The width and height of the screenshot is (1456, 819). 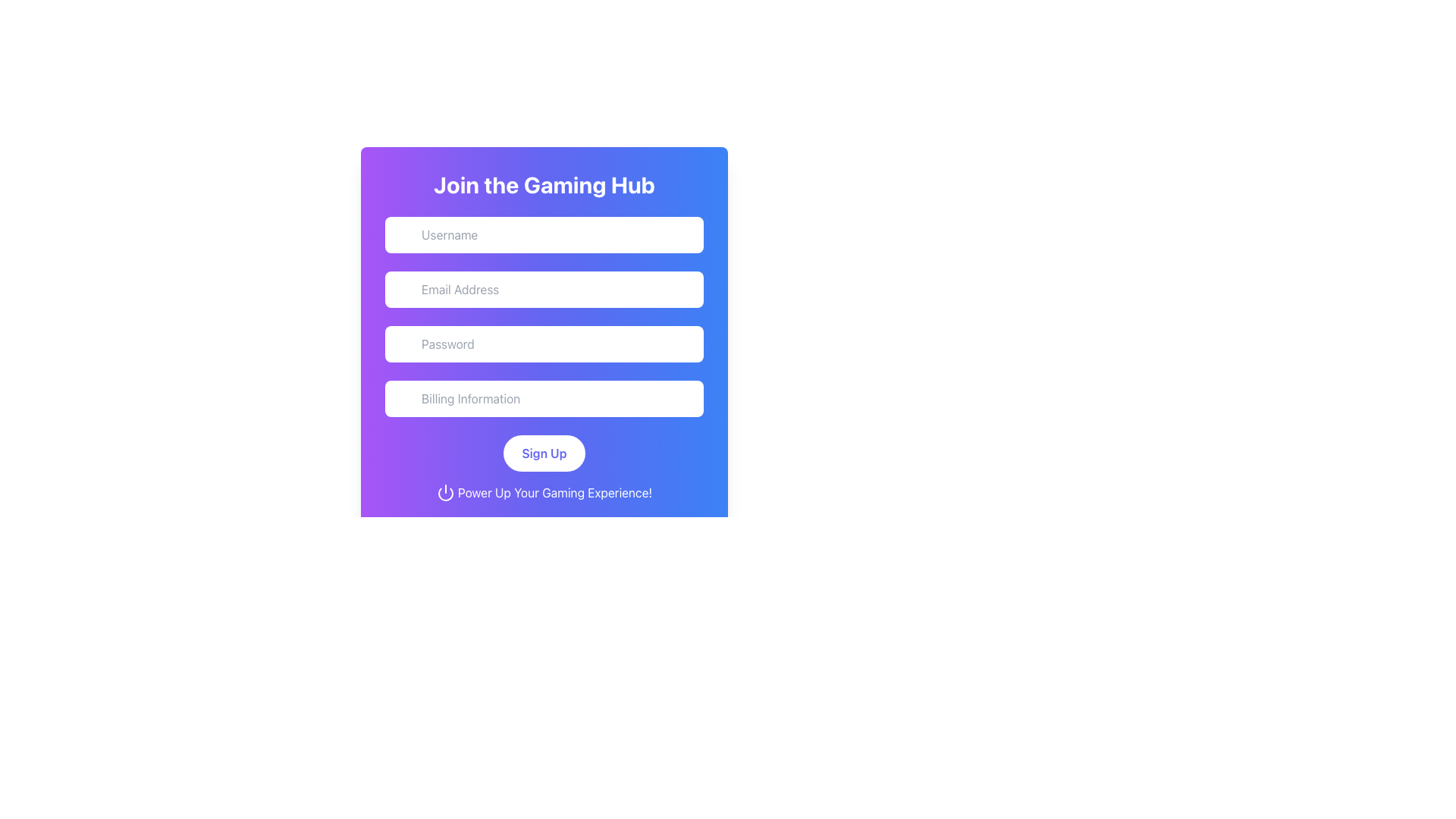 I want to click on the power symbol icon, which features a circle with a vertical line inside it, located near the center of the bottom section of the form interface, to the left of the text 'Power Up Your Gaming Experience!', so click(x=444, y=493).